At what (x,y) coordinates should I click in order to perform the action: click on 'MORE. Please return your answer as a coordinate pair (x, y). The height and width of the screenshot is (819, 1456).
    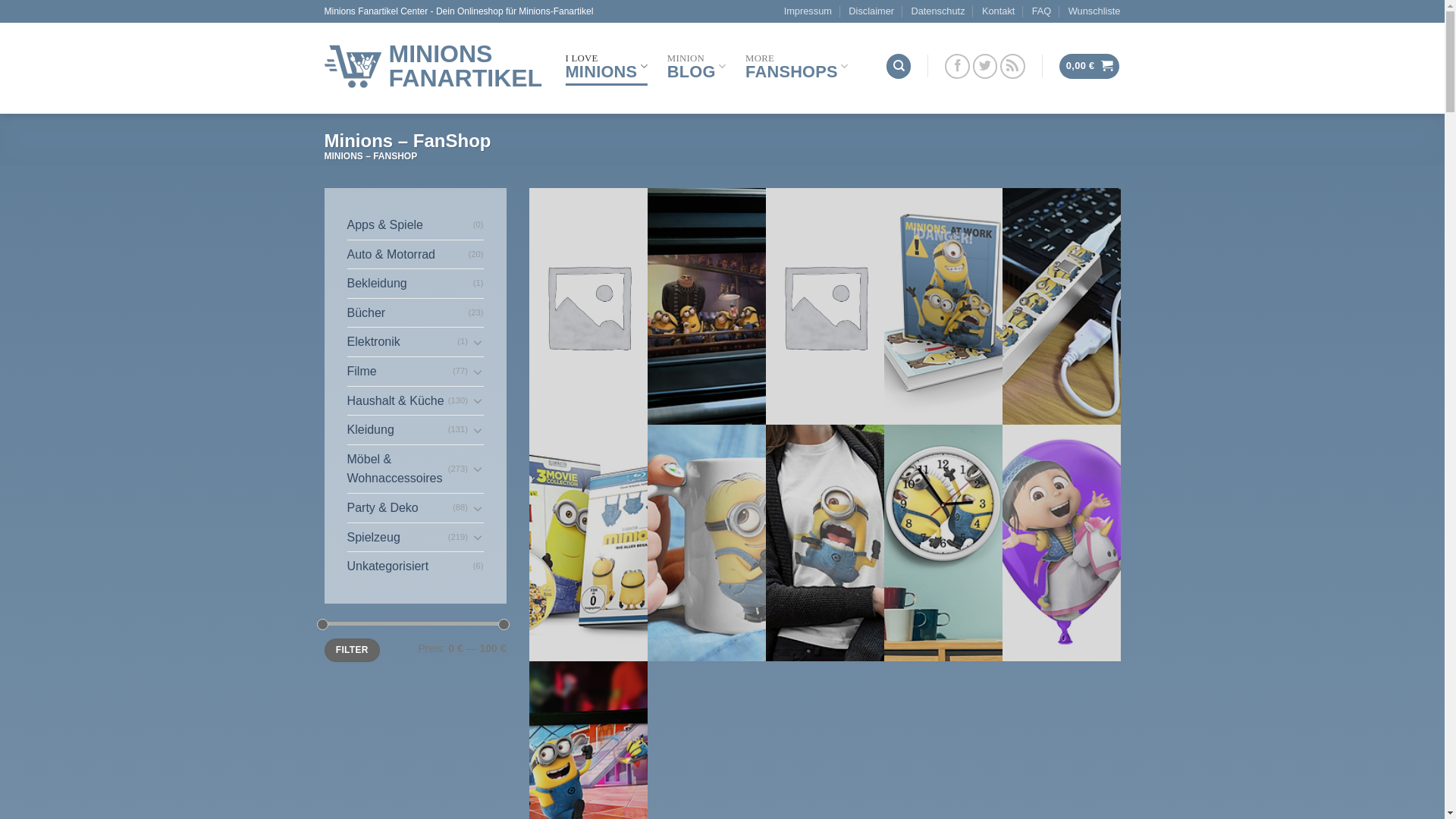
    Looking at the image, I should click on (795, 65).